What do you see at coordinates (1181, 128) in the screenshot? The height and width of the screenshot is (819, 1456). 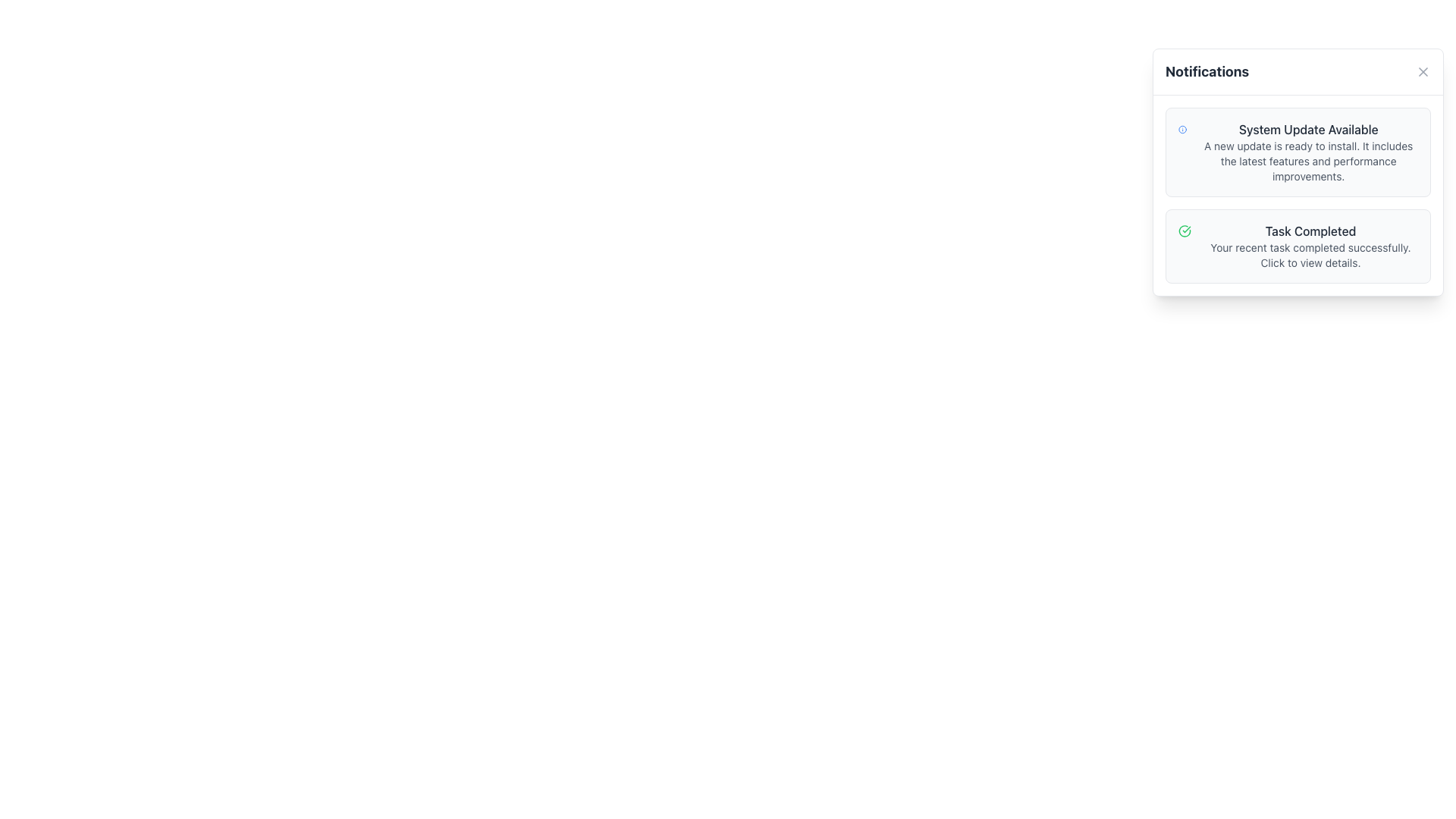 I see `the circular element that serves as part of the information icon located within the notification card in the top-right corner of the interface` at bounding box center [1181, 128].